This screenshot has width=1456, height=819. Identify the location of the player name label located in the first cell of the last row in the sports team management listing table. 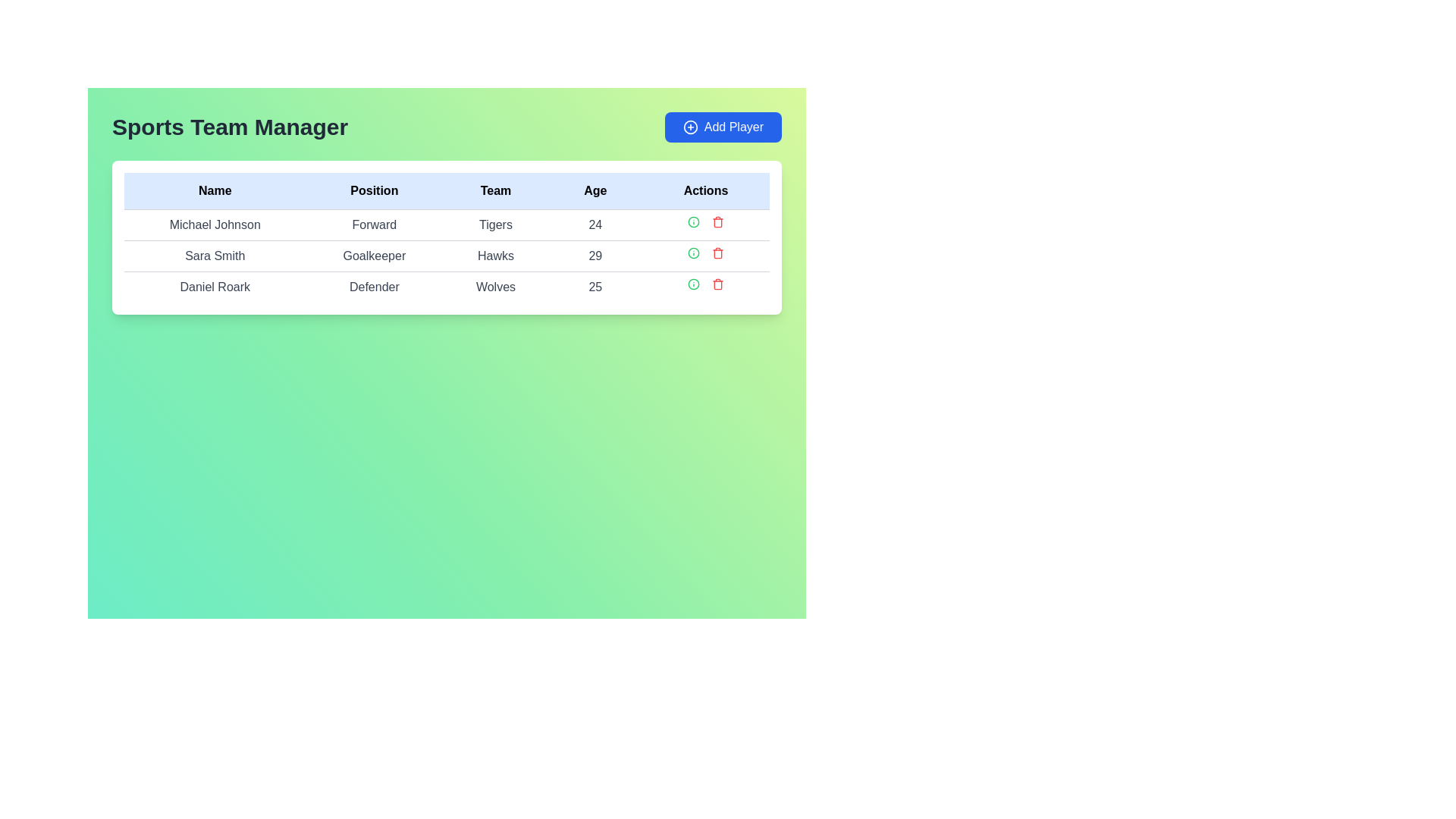
(214, 287).